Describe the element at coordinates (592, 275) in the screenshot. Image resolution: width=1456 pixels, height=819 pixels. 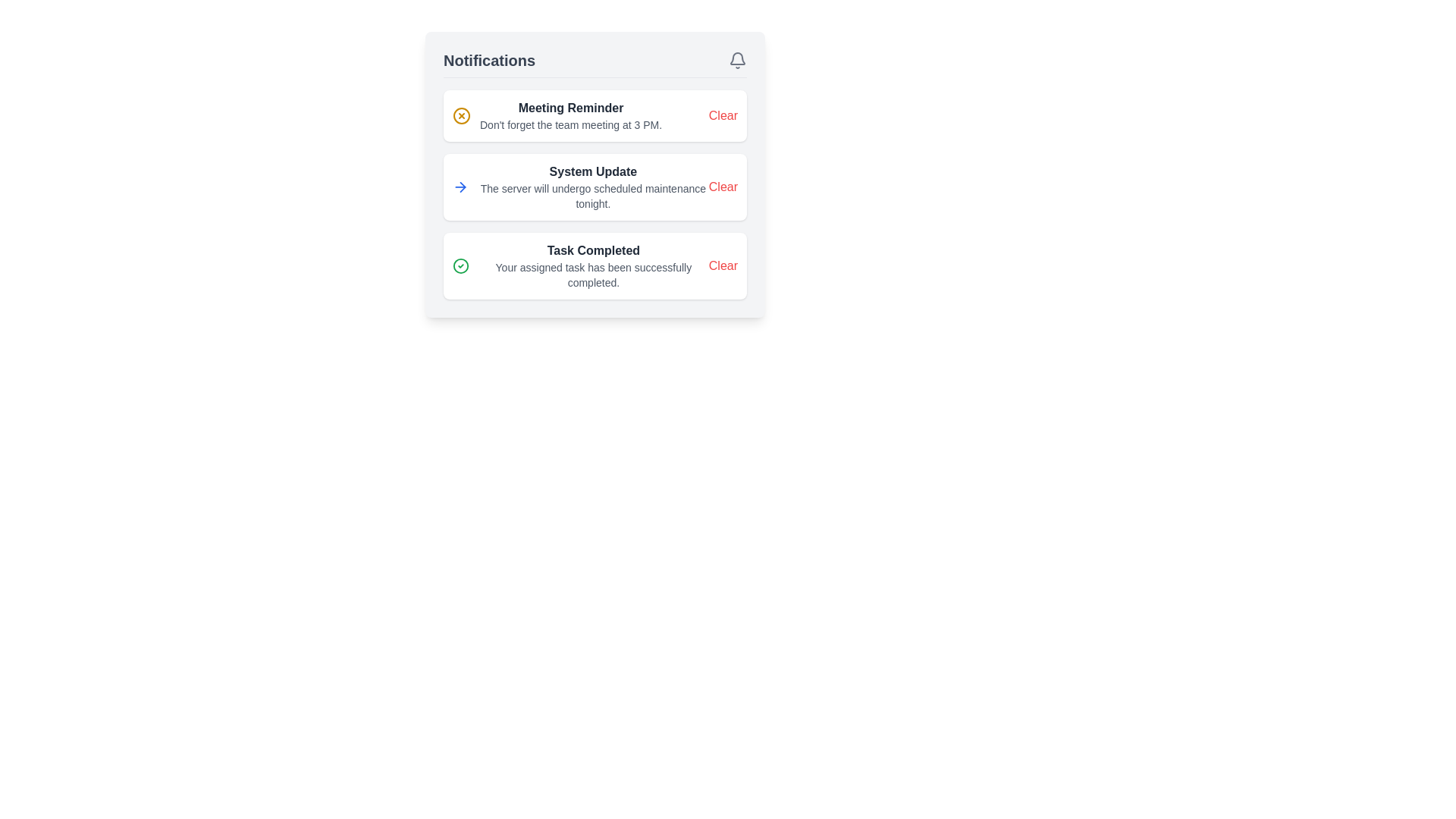
I see `the static text that conveys information about task completion, located below the bold 'Task Completed' text in the 'Notifications' section` at that location.